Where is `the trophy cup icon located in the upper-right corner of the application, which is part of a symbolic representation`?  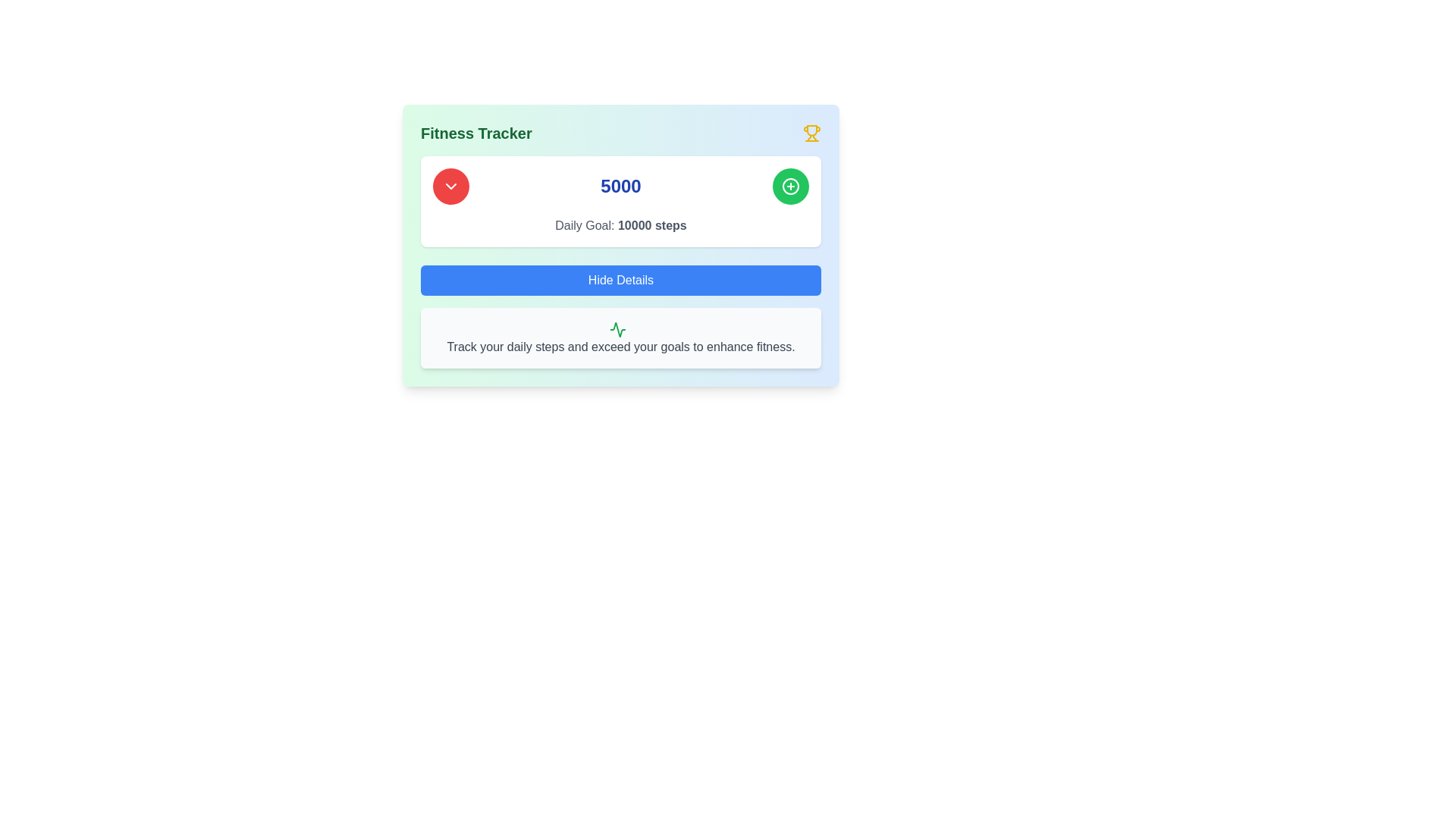
the trophy cup icon located in the upper-right corner of the application, which is part of a symbolic representation is located at coordinates (811, 130).